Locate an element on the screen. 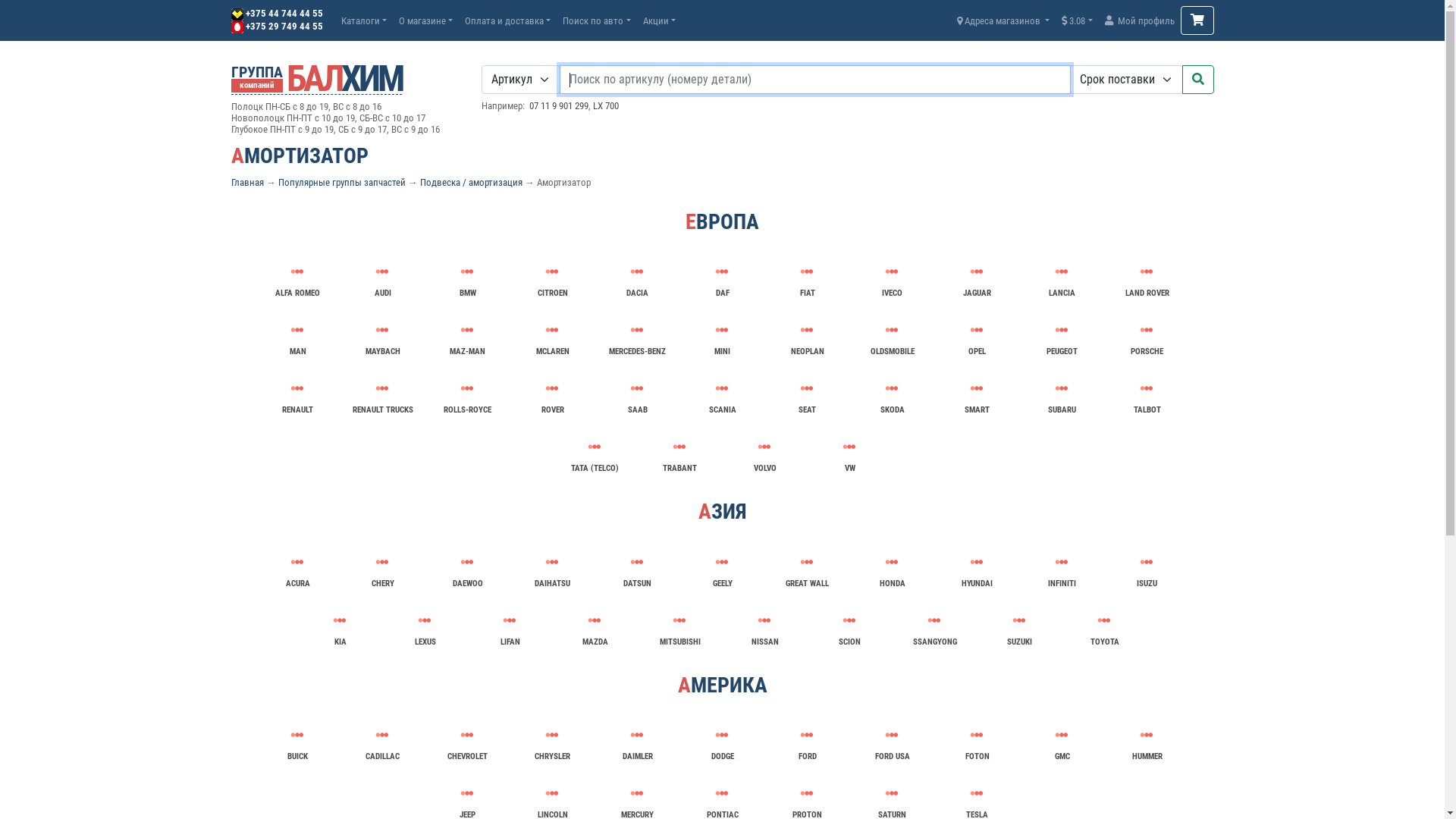 The width and height of the screenshot is (1456, 819). 'PORSCHE' is located at coordinates (1106, 334).